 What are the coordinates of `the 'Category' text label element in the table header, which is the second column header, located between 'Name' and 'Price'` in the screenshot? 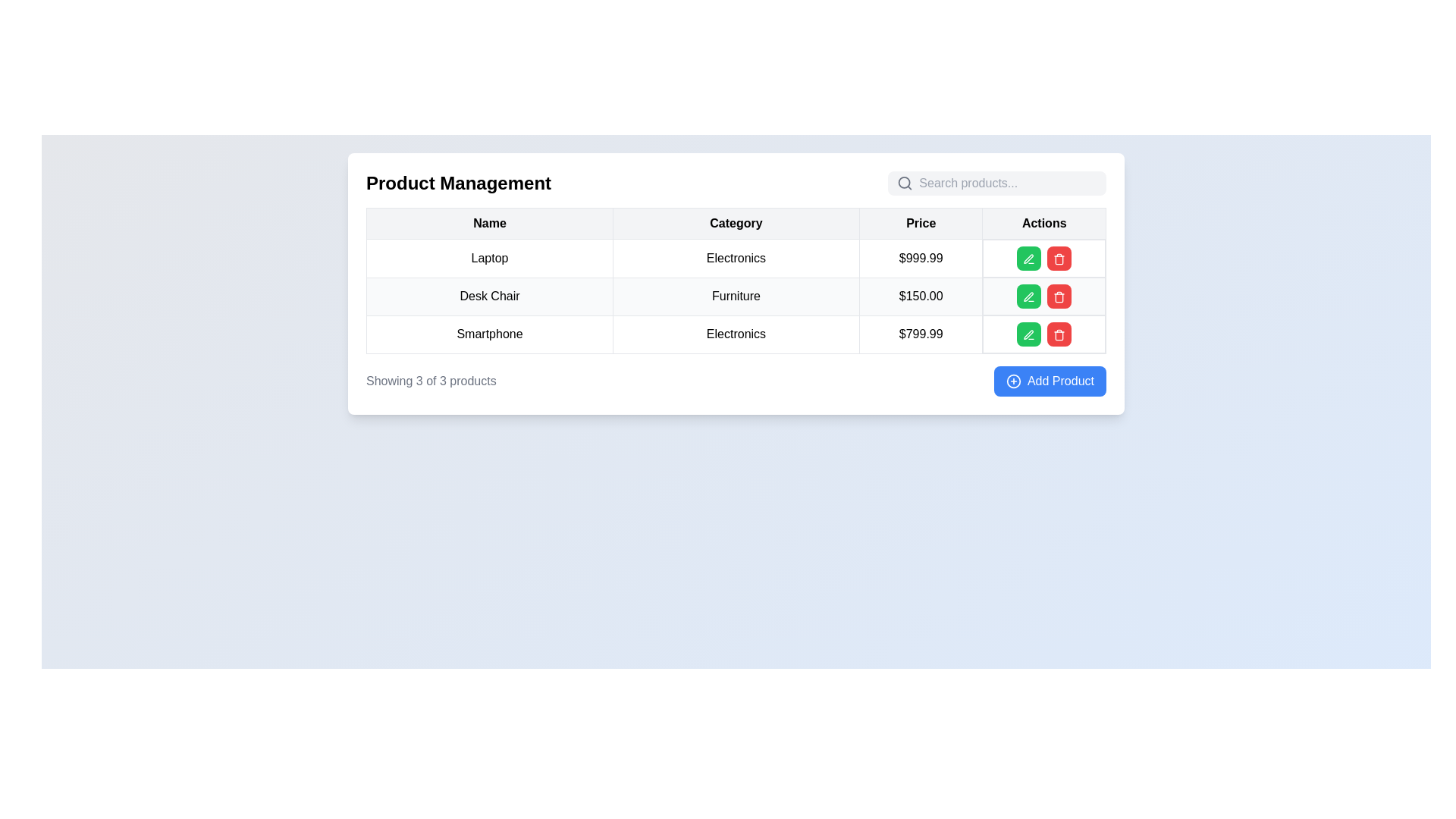 It's located at (736, 223).